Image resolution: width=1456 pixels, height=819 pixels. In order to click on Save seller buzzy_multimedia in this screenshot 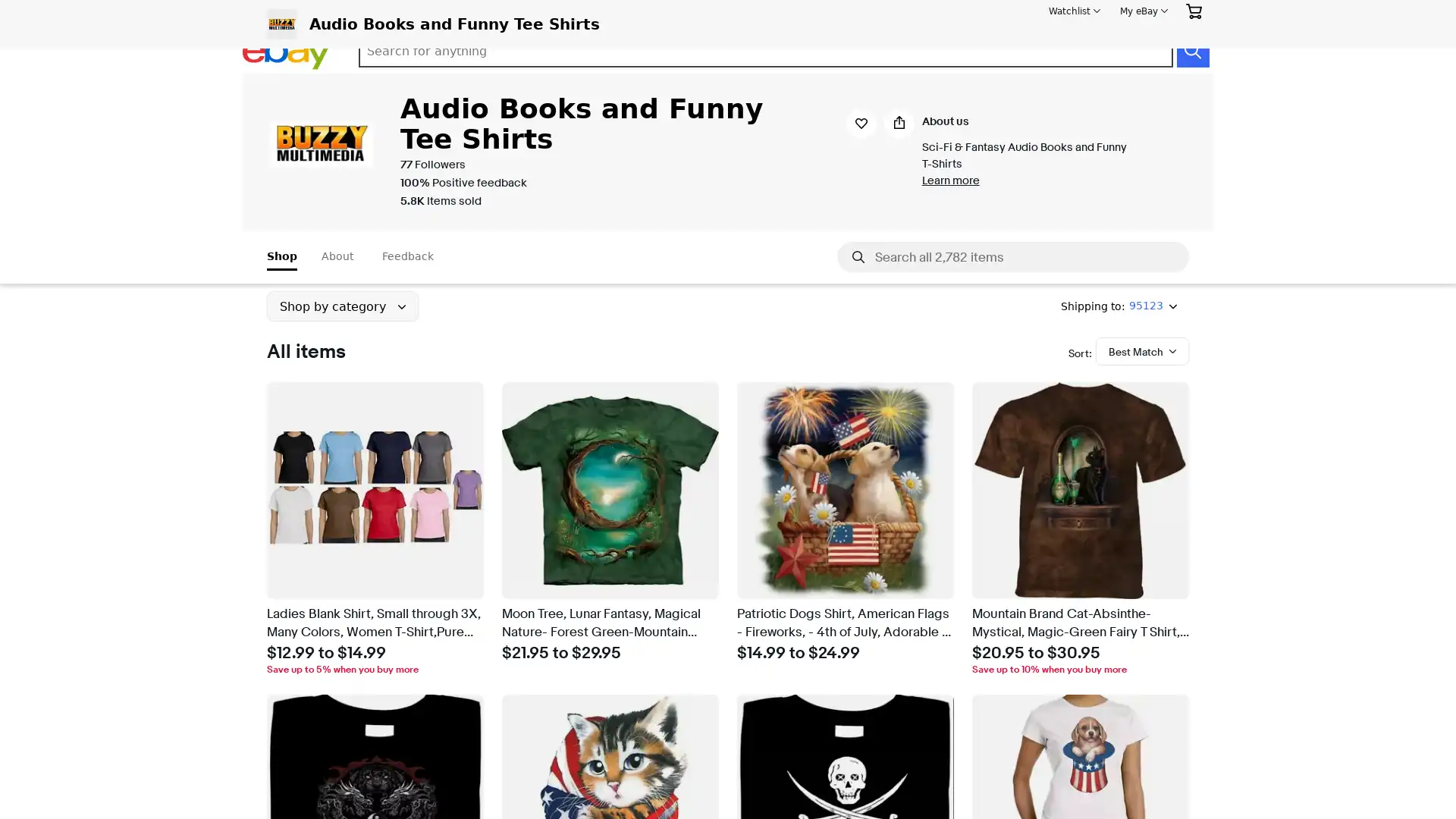, I will do `click(626, 24)`.